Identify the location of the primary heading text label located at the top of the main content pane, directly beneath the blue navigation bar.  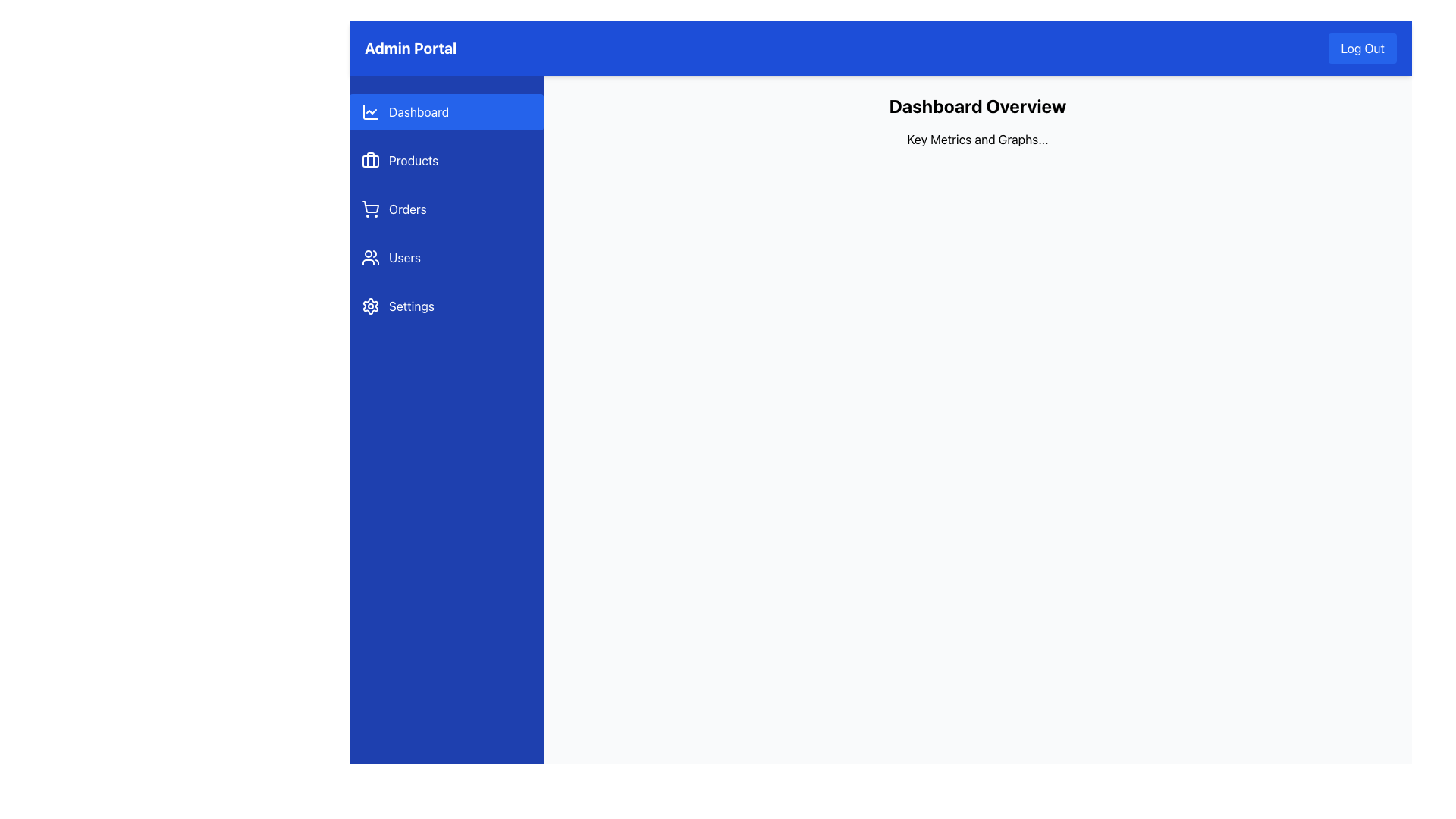
(977, 105).